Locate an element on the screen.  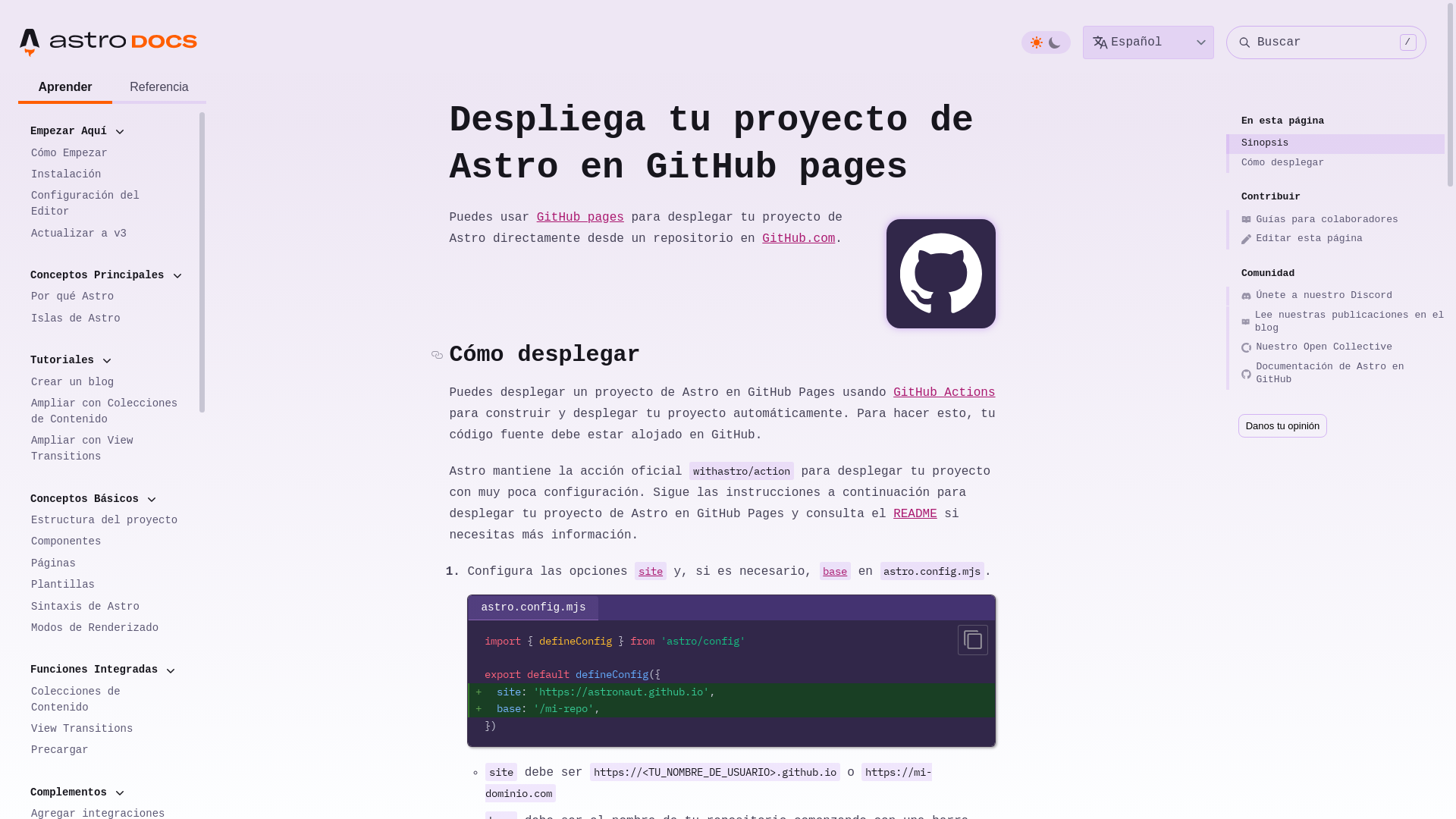
'Buscar is located at coordinates (1325, 42).